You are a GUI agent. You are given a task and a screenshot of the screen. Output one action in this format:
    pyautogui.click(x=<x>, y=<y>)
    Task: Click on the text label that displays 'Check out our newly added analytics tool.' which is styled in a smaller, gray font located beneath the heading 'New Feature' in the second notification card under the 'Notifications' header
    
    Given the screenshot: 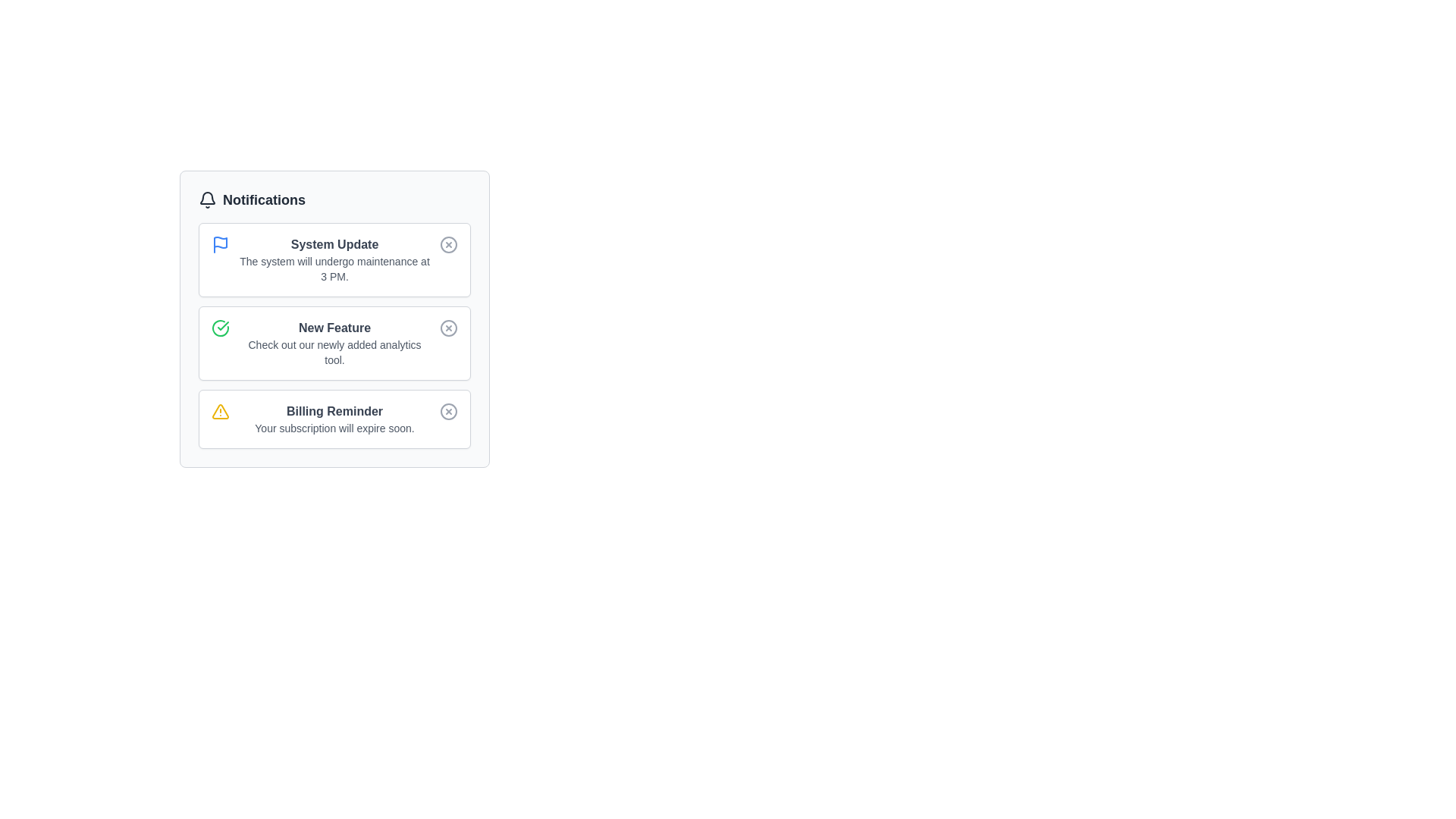 What is the action you would take?
    pyautogui.click(x=334, y=353)
    